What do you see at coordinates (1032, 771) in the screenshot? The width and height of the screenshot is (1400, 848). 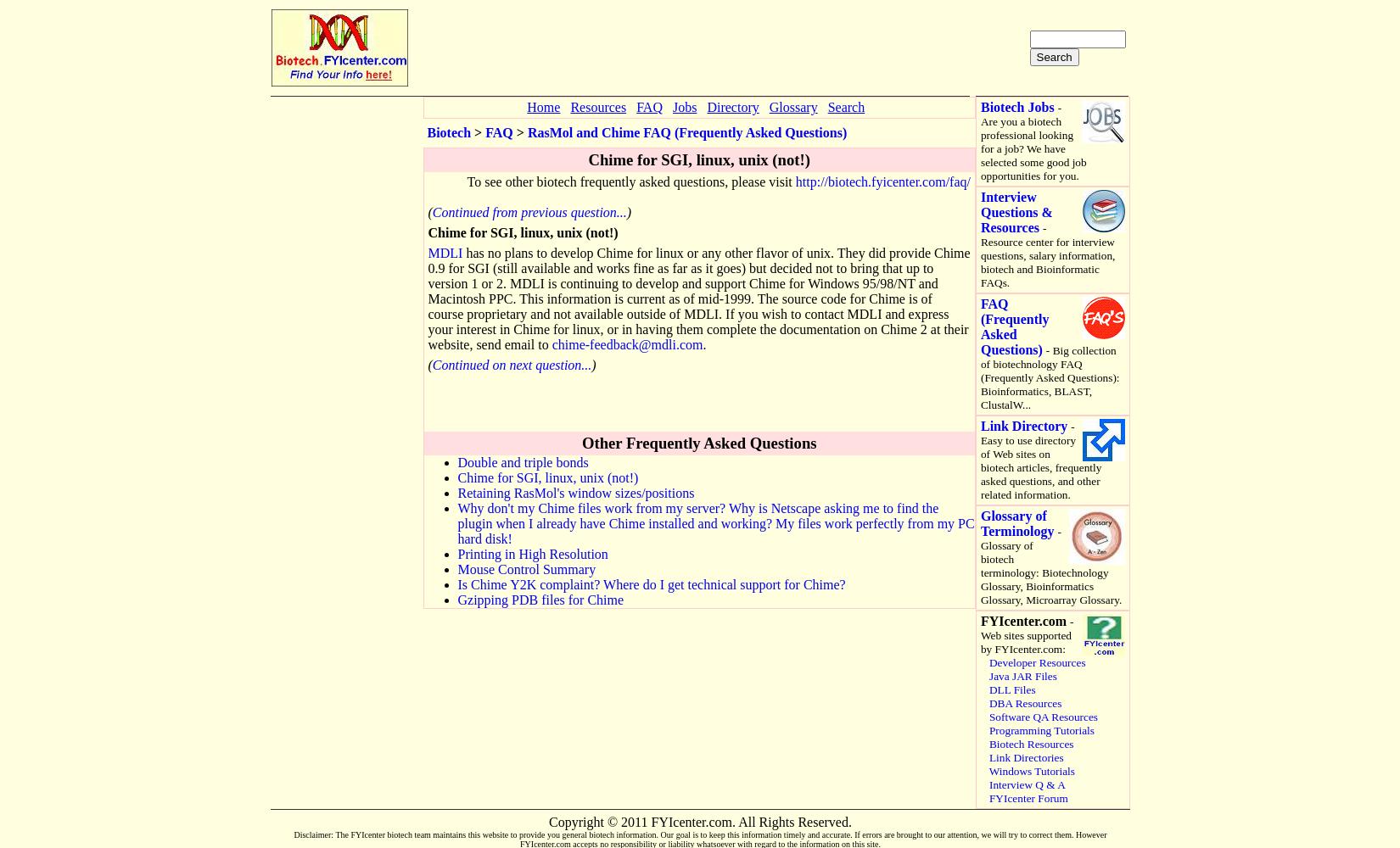 I see `'Windows Tutorials'` at bounding box center [1032, 771].